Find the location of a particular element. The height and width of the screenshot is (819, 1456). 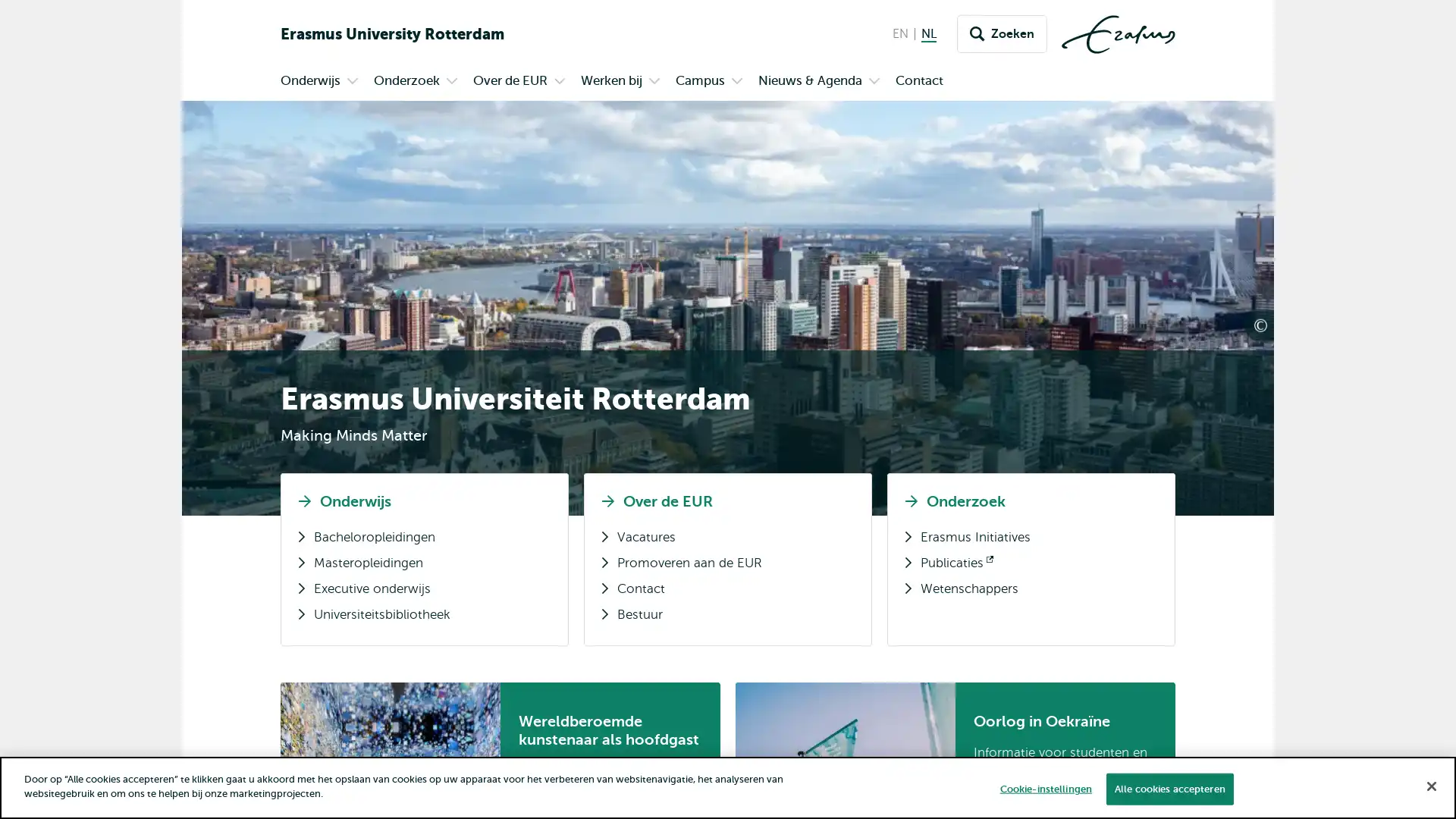

Open submenu is located at coordinates (559, 82).